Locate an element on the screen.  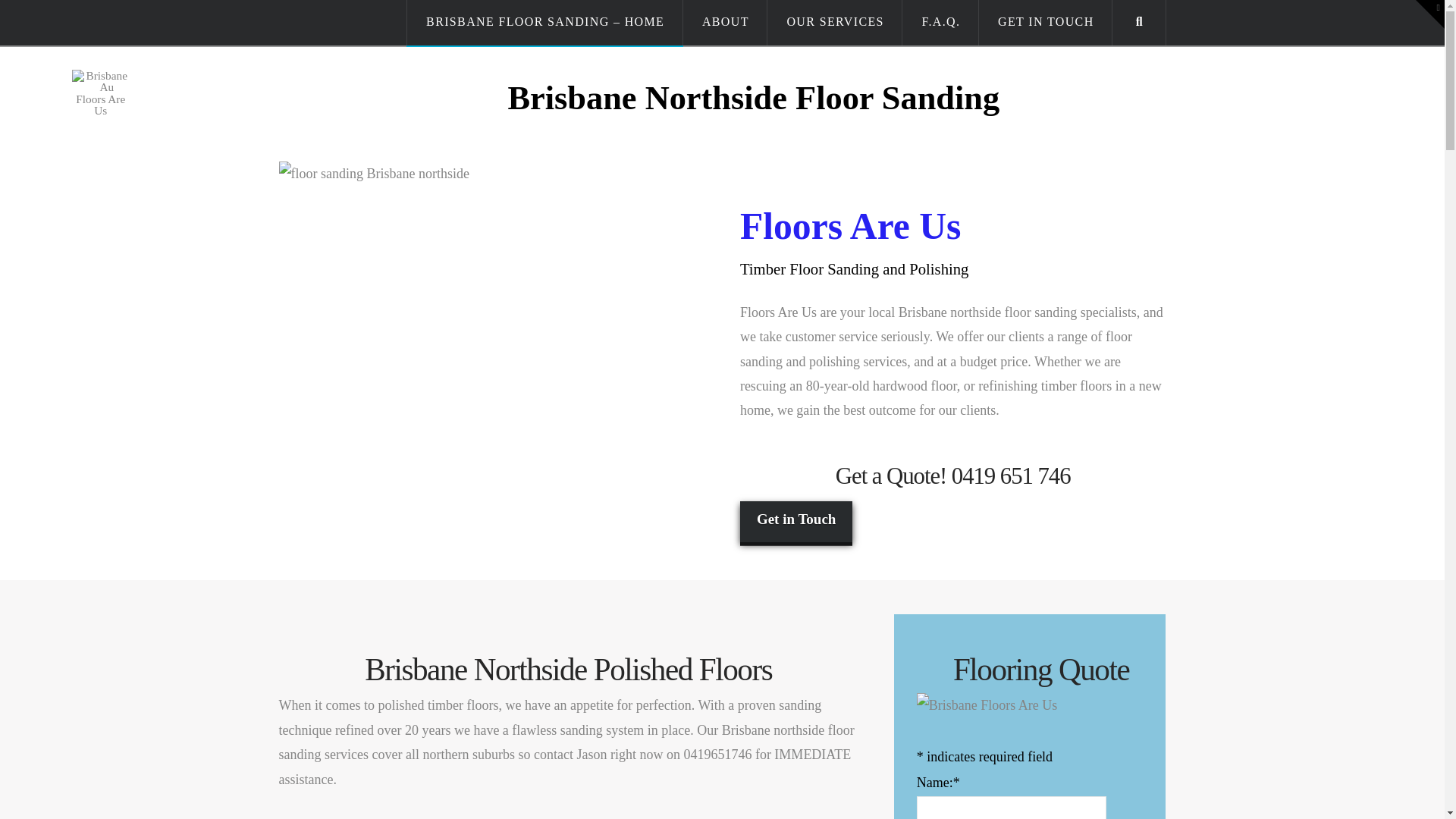
'Toggle the Widgetbar' is located at coordinates (1429, 14).